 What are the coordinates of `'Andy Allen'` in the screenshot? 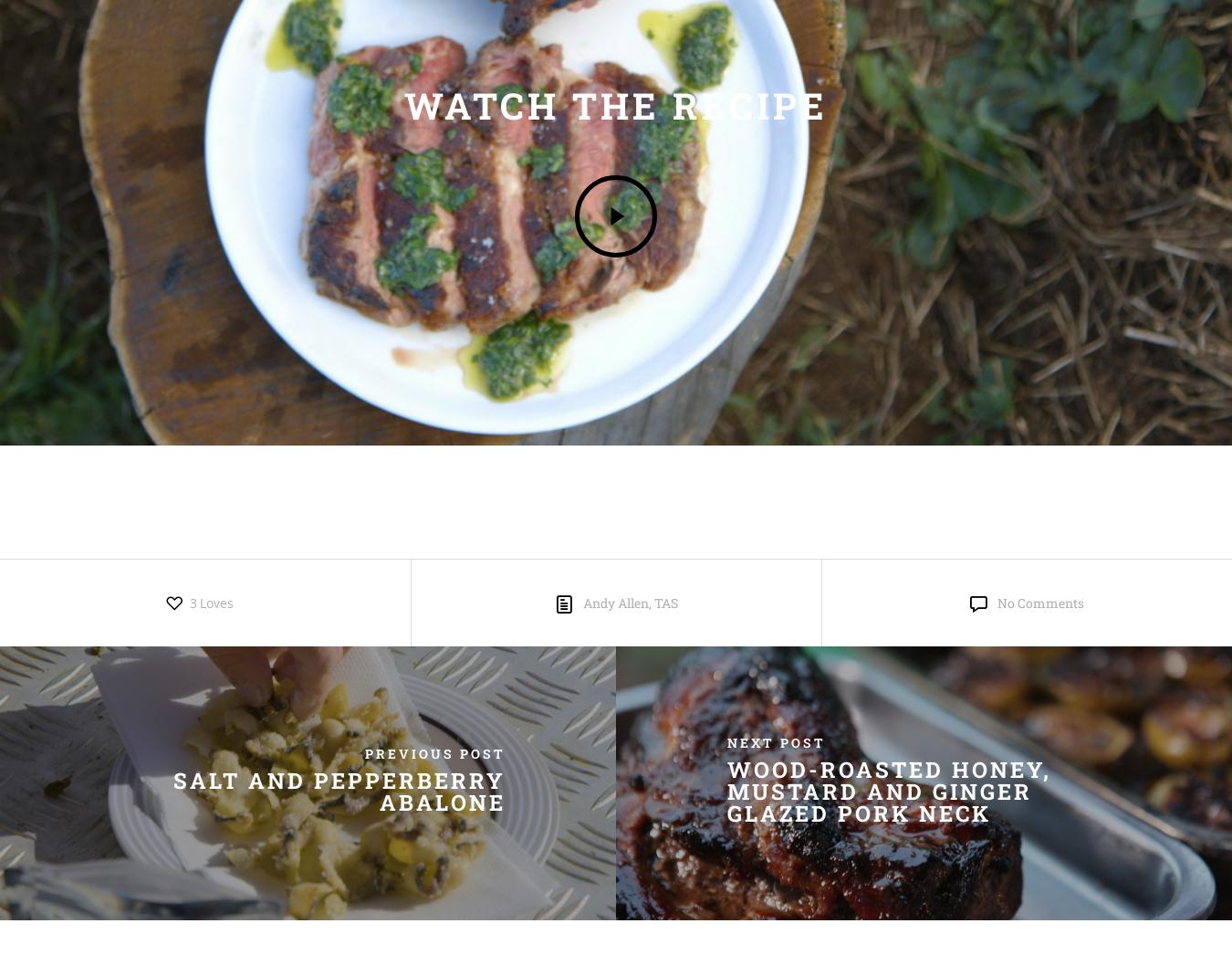 It's located at (615, 602).